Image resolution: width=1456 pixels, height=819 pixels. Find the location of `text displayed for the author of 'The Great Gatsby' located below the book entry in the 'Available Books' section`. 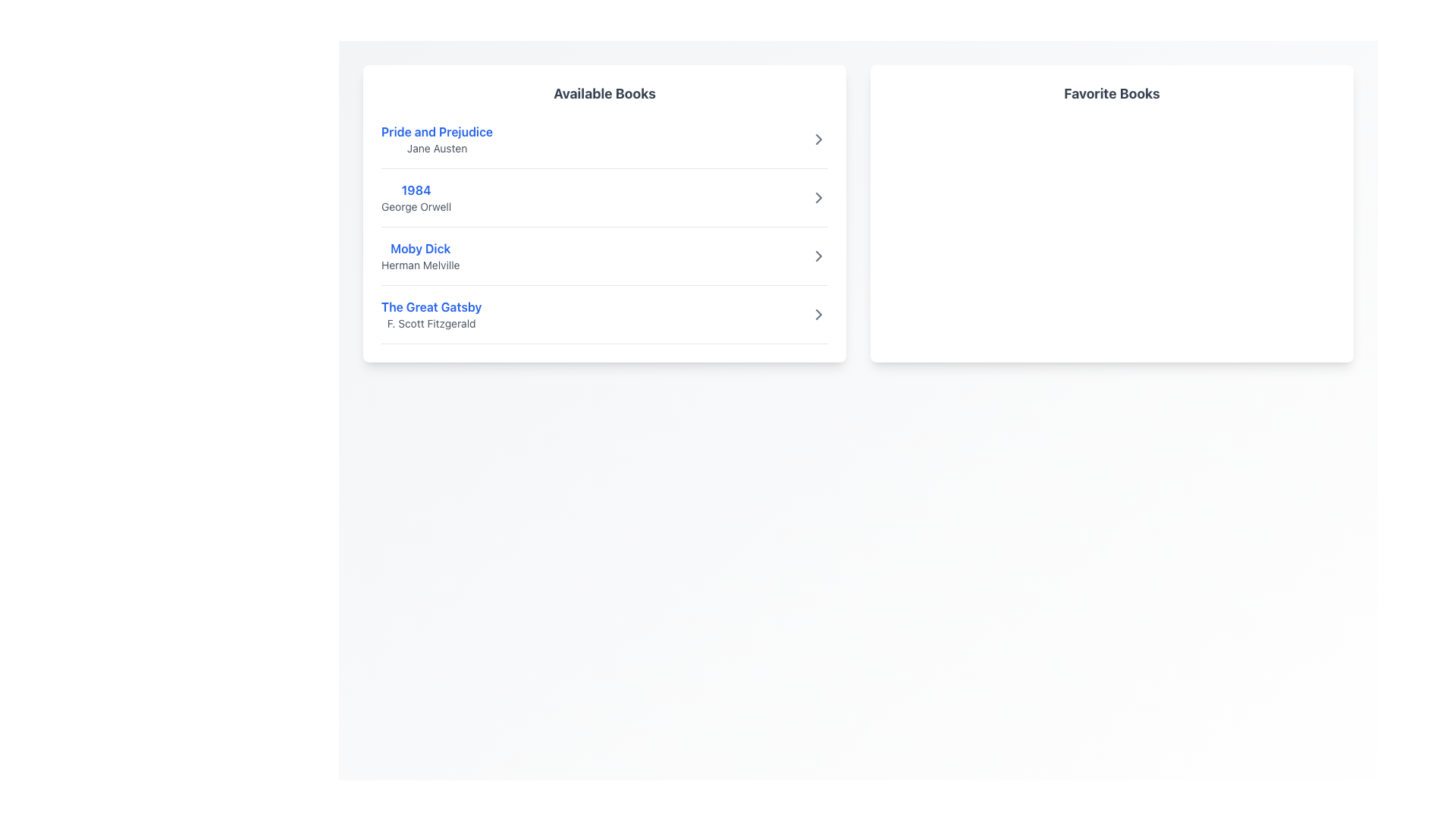

text displayed for the author of 'The Great Gatsby' located below the book entry in the 'Available Books' section is located at coordinates (431, 323).